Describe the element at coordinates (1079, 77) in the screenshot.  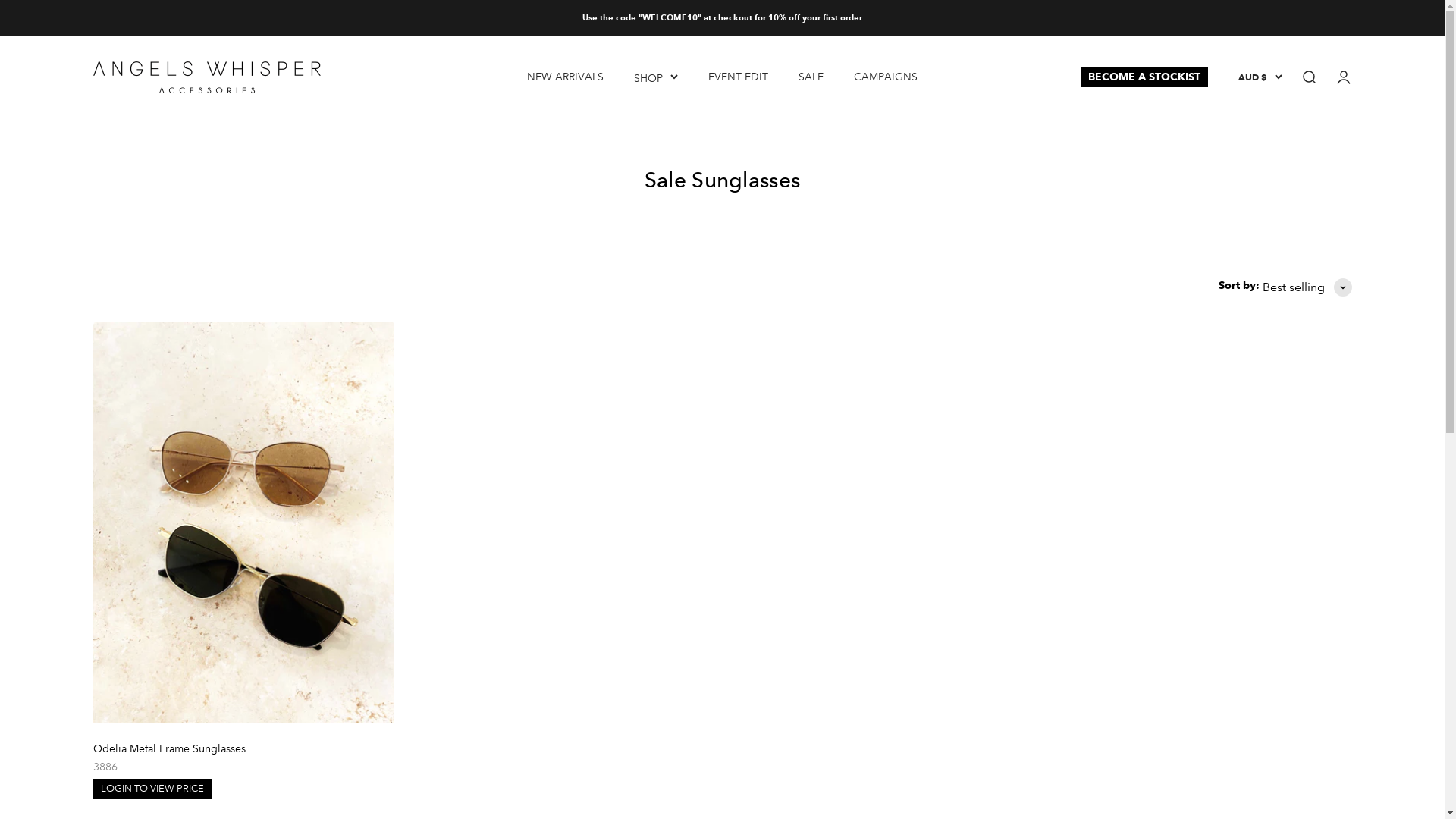
I see `'BECOME A STOCKIST'` at that location.